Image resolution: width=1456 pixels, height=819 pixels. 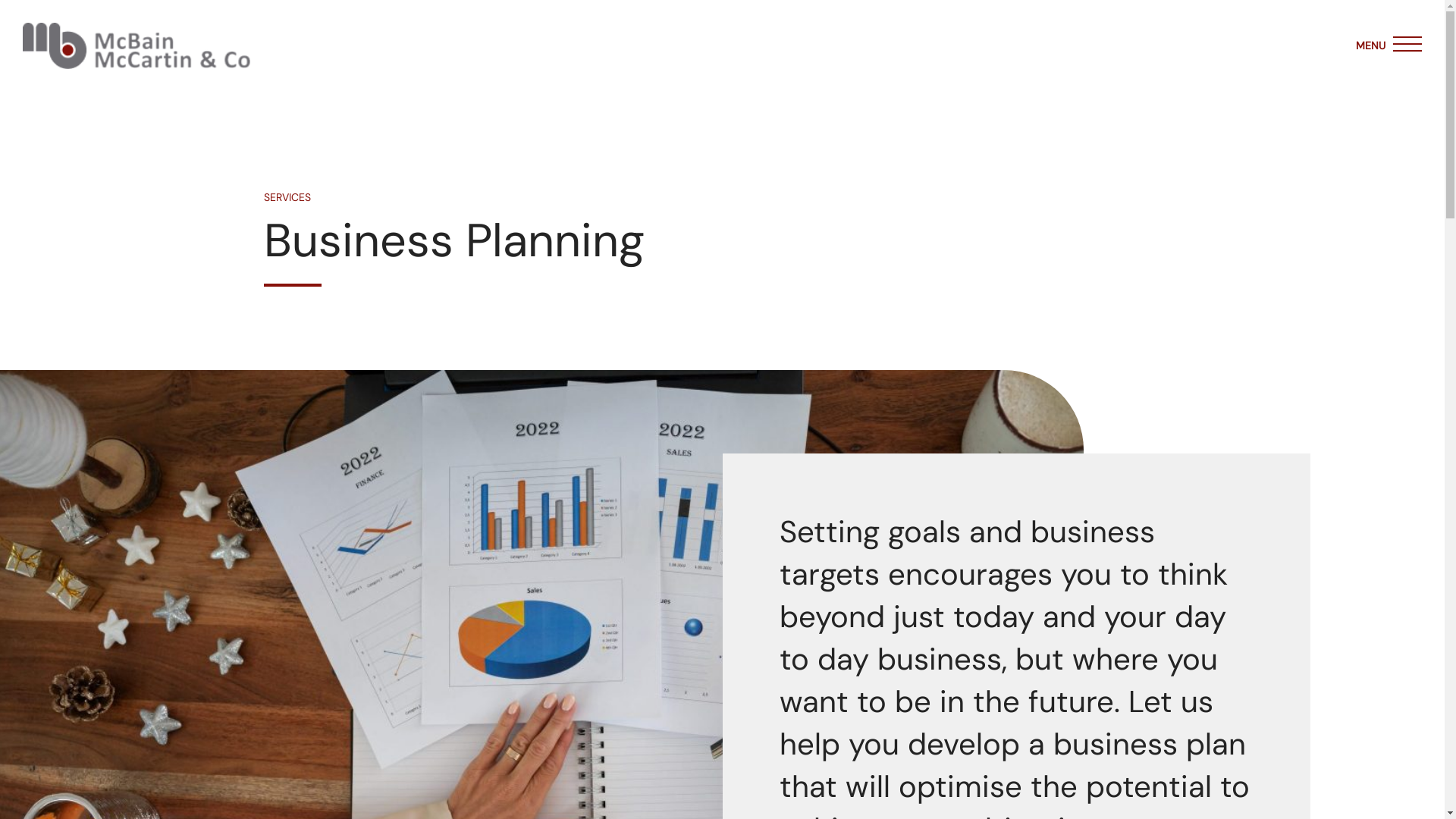 I want to click on 'McBain McCartin &amp; Co', so click(x=136, y=45).